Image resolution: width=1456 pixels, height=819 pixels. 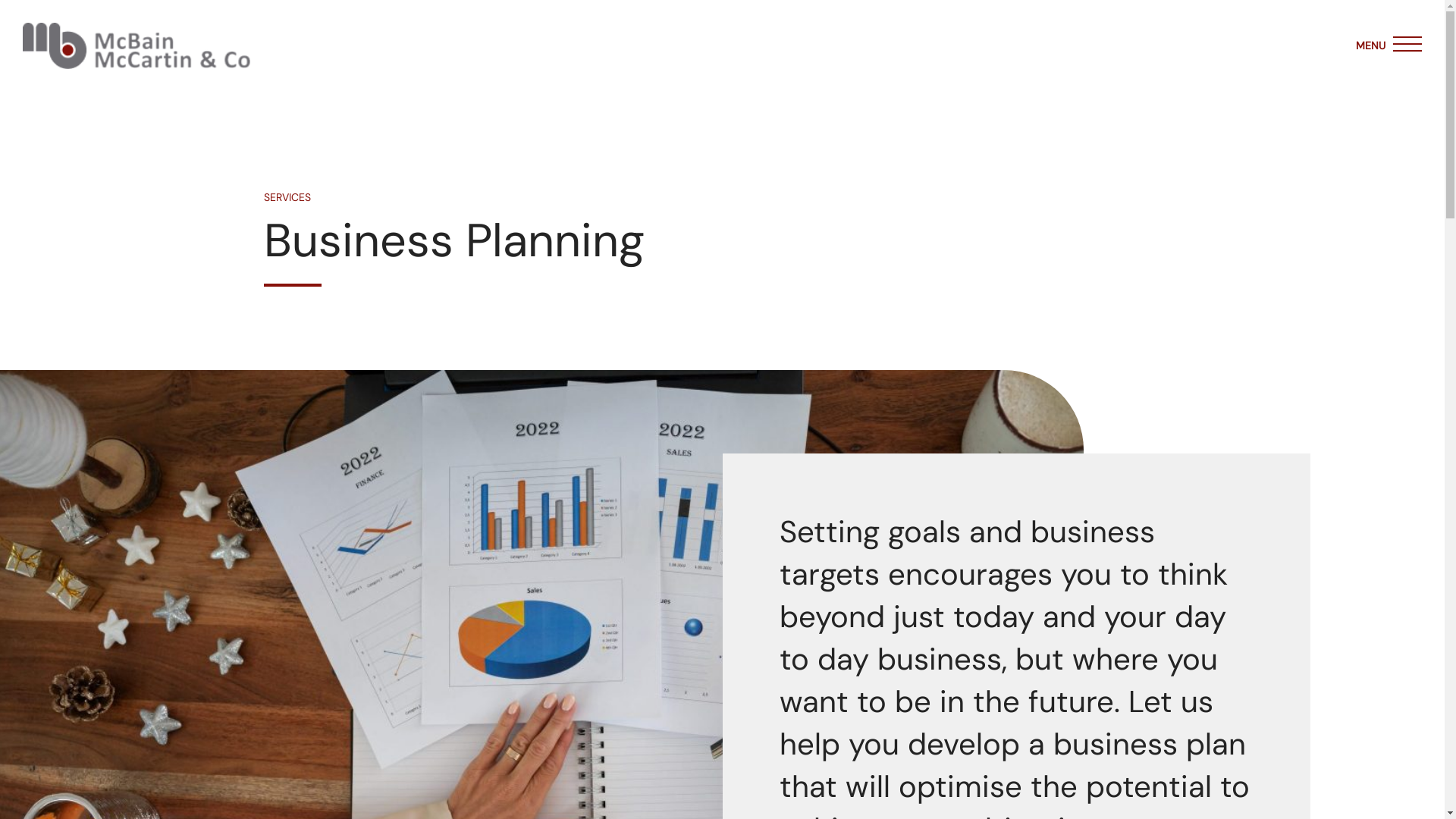 I want to click on 'McBain McCartin &amp; Co', so click(x=136, y=45).